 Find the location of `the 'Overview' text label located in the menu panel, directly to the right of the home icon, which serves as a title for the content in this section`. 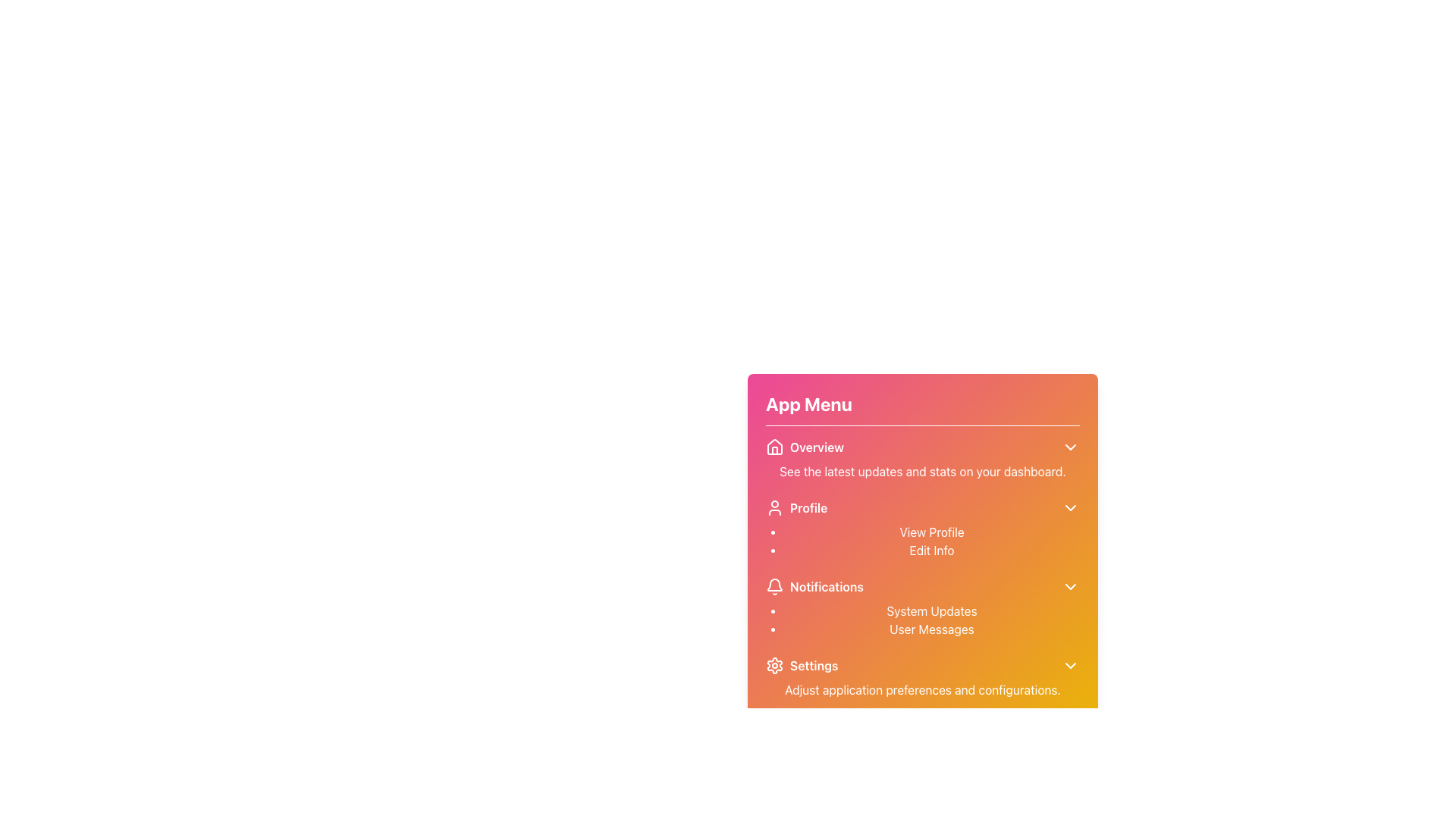

the 'Overview' text label located in the menu panel, directly to the right of the home icon, which serves as a title for the content in this section is located at coordinates (816, 447).